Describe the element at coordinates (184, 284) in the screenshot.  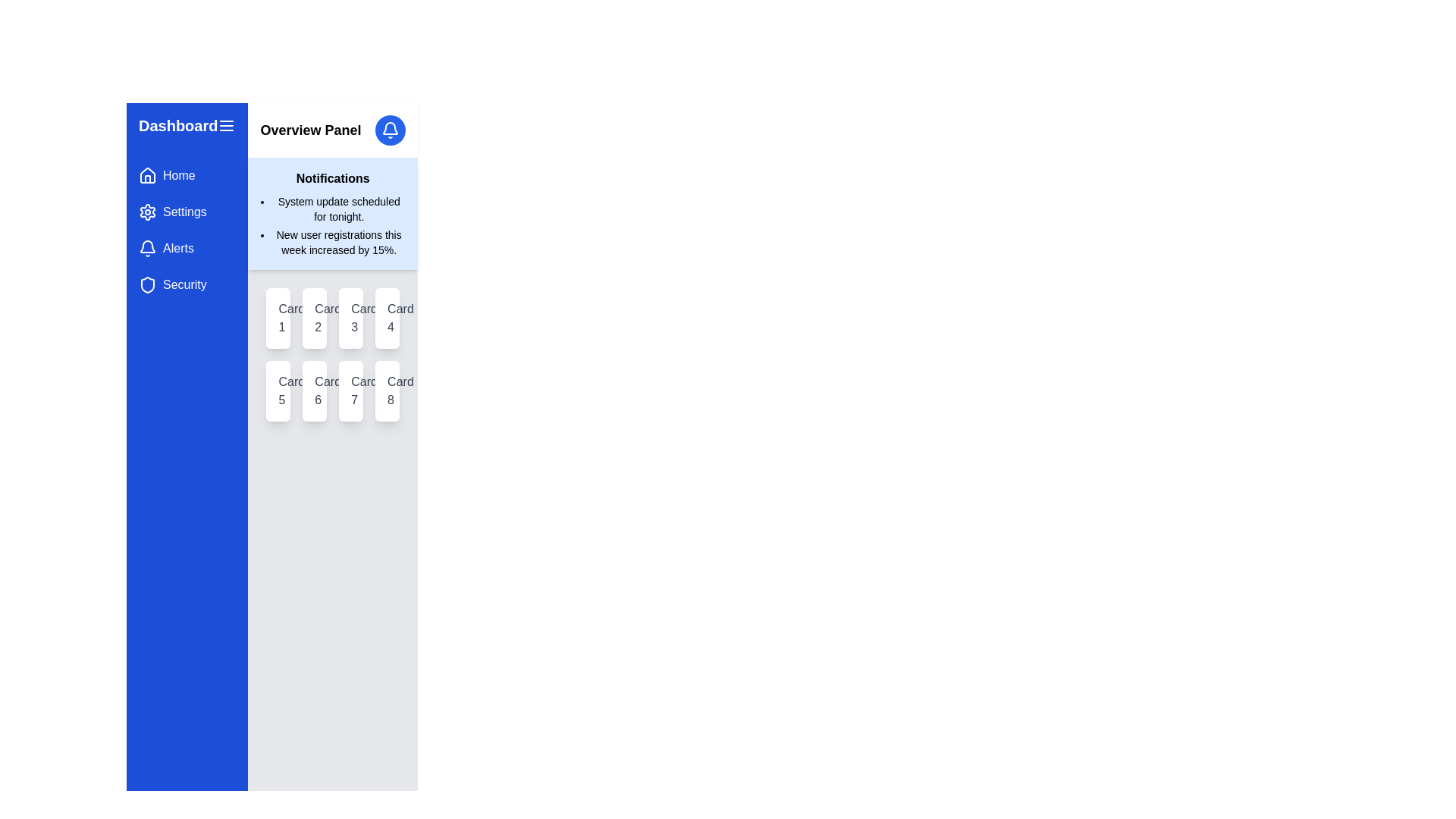
I see `the 'Security' label in the vertical navigation sidebar` at that location.